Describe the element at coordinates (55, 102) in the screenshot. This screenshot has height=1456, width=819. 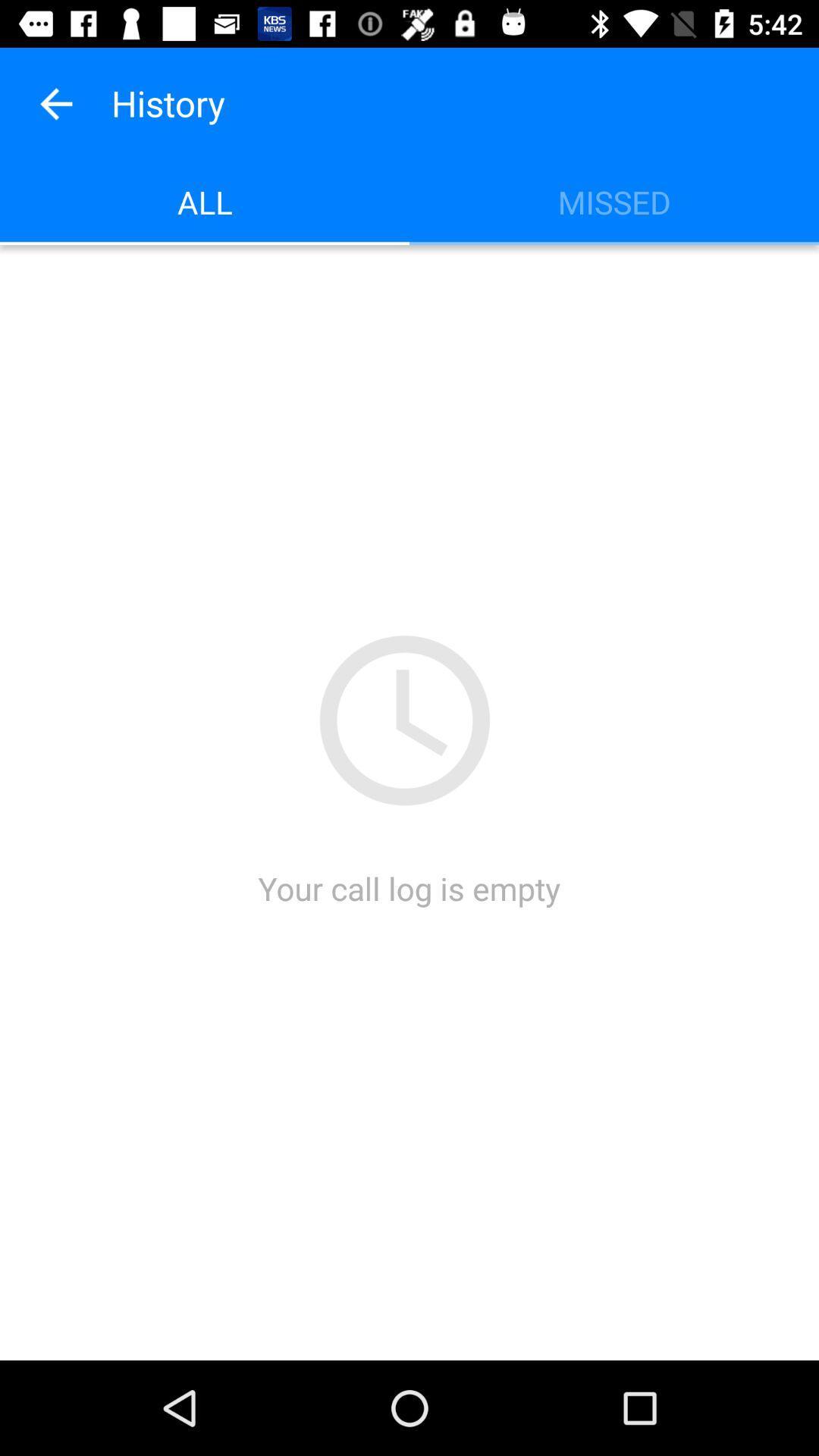
I see `icon next to the history item` at that location.